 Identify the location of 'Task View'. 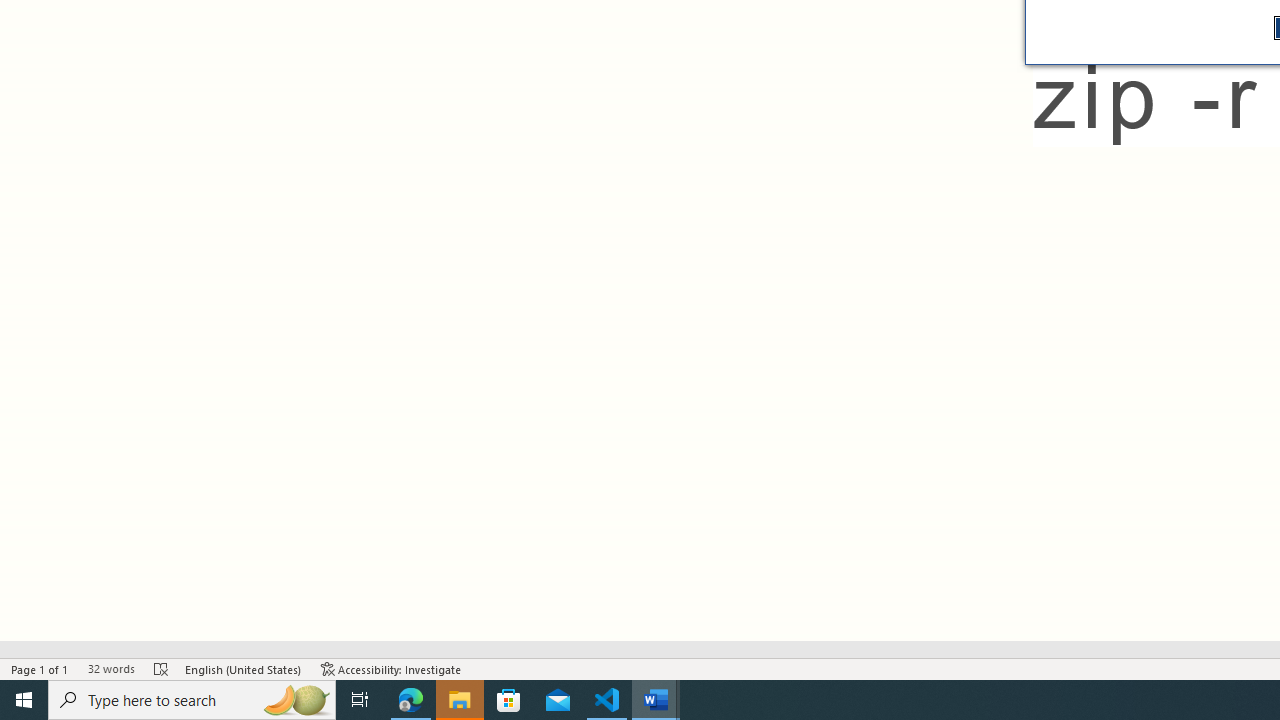
(359, 698).